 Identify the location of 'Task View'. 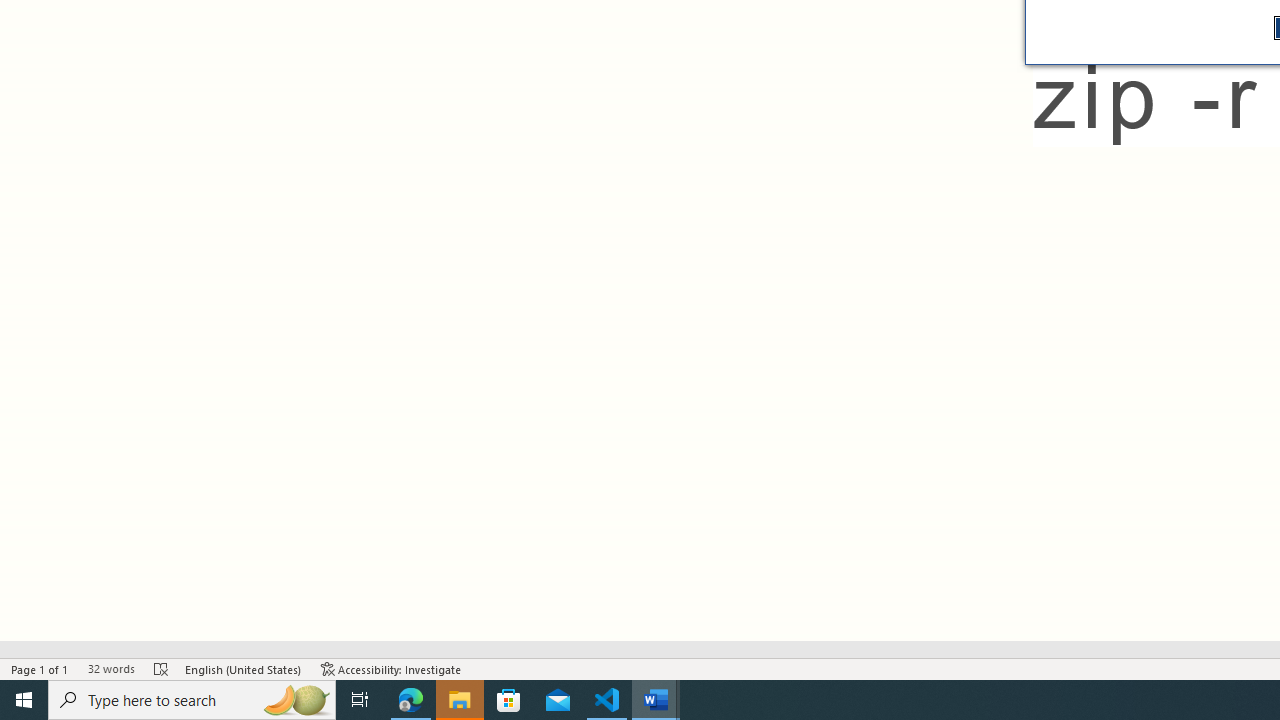
(359, 698).